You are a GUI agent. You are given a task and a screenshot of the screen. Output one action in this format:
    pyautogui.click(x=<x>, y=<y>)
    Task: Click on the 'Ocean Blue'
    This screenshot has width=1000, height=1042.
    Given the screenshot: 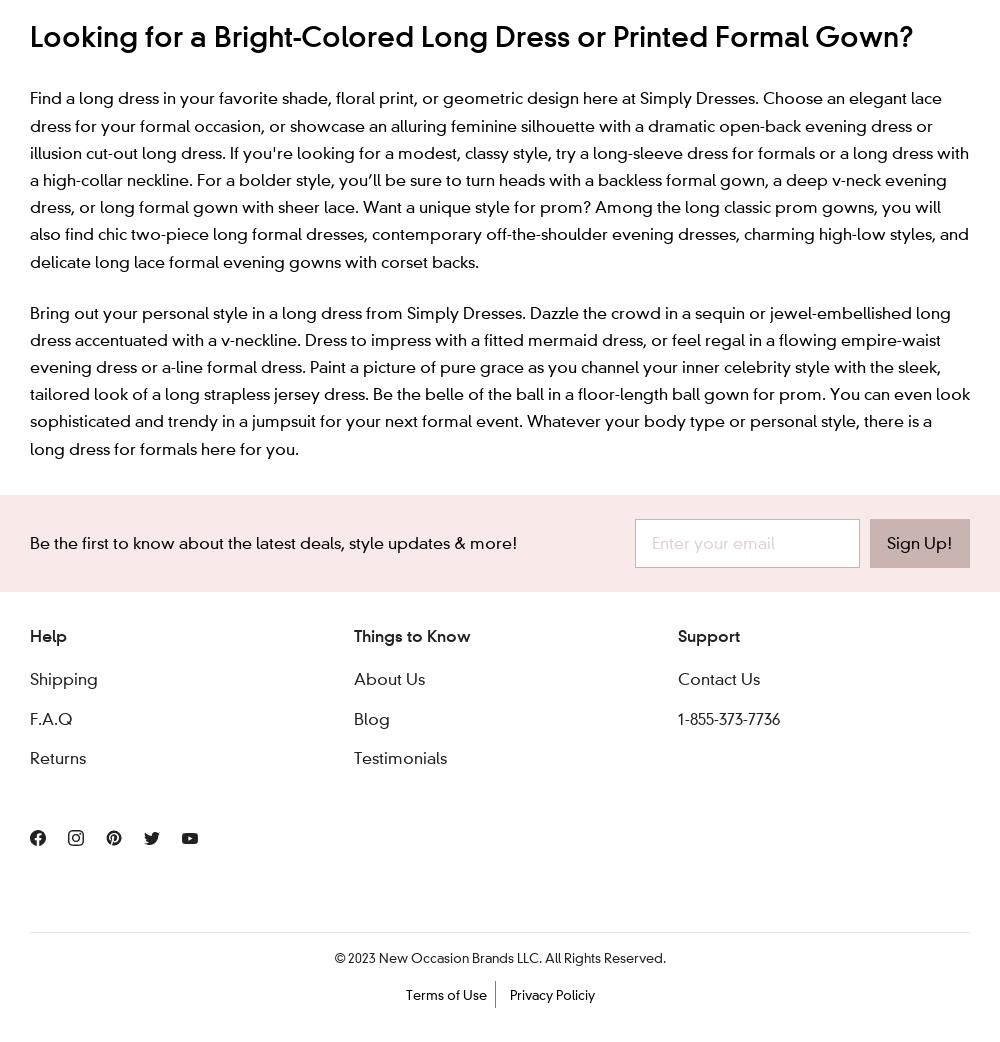 What is the action you would take?
    pyautogui.click(x=312, y=80)
    